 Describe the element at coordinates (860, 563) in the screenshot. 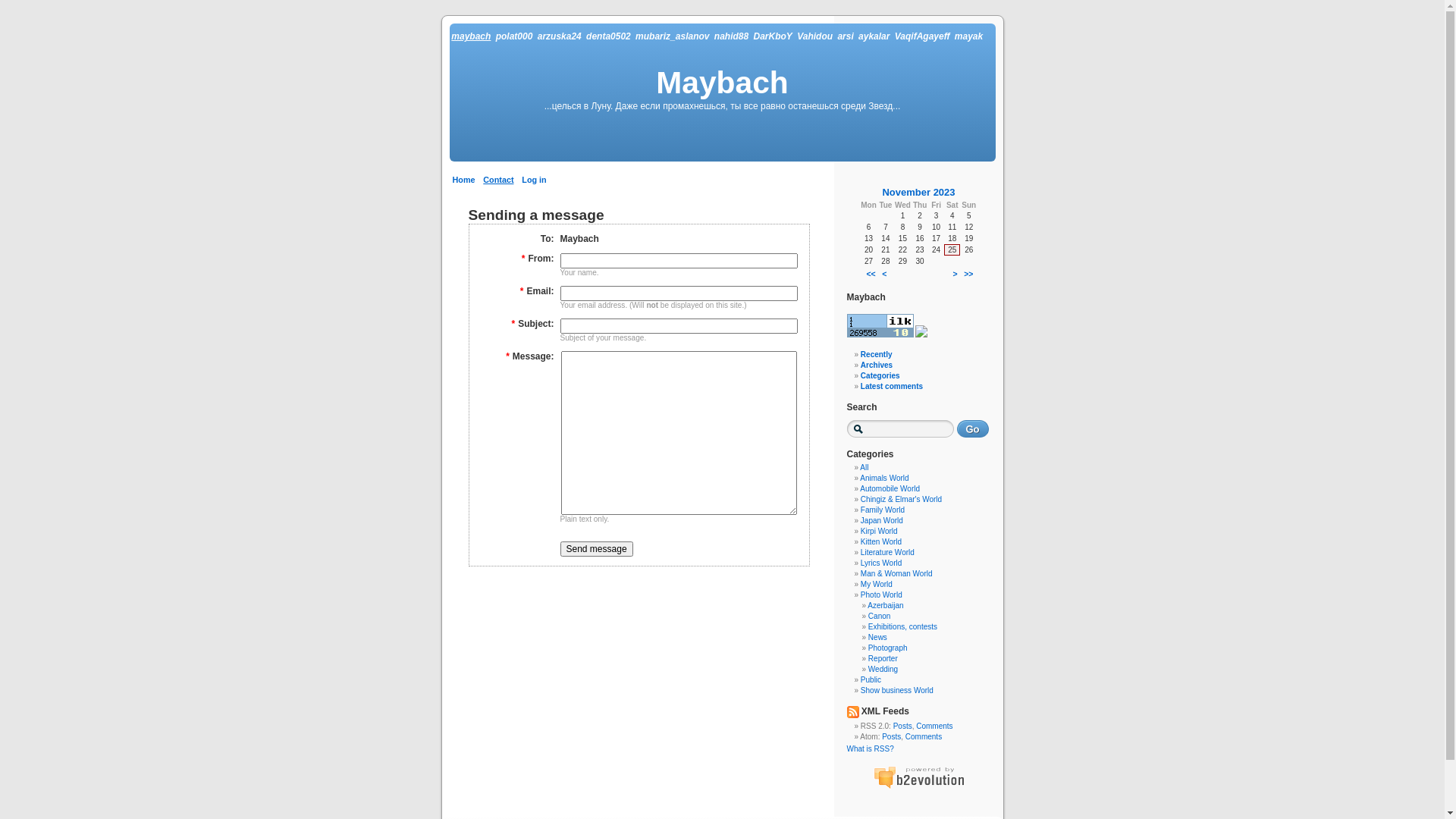

I see `'Lyrics World'` at that location.